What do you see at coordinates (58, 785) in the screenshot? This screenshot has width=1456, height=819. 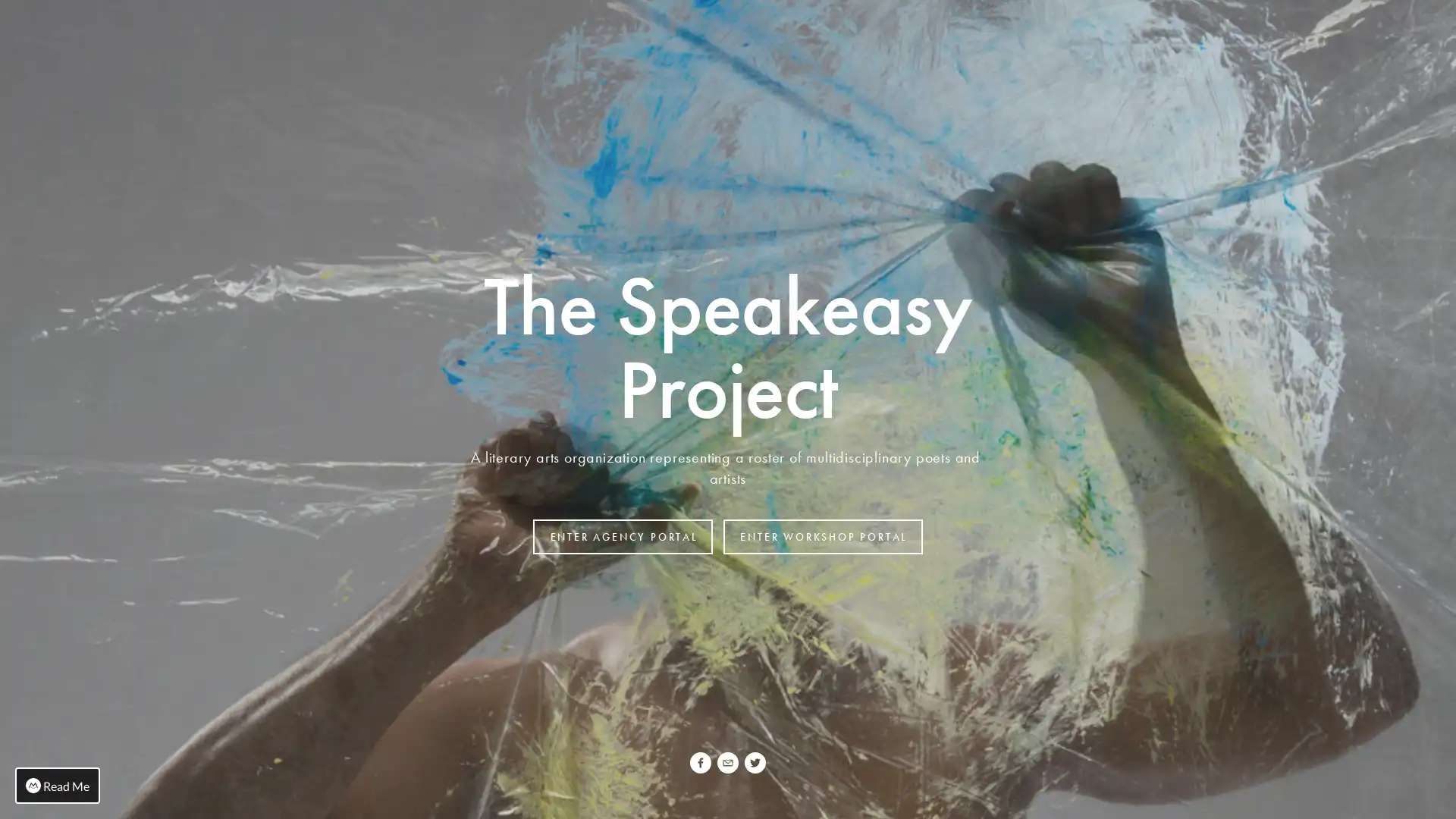 I see `Read Me` at bounding box center [58, 785].